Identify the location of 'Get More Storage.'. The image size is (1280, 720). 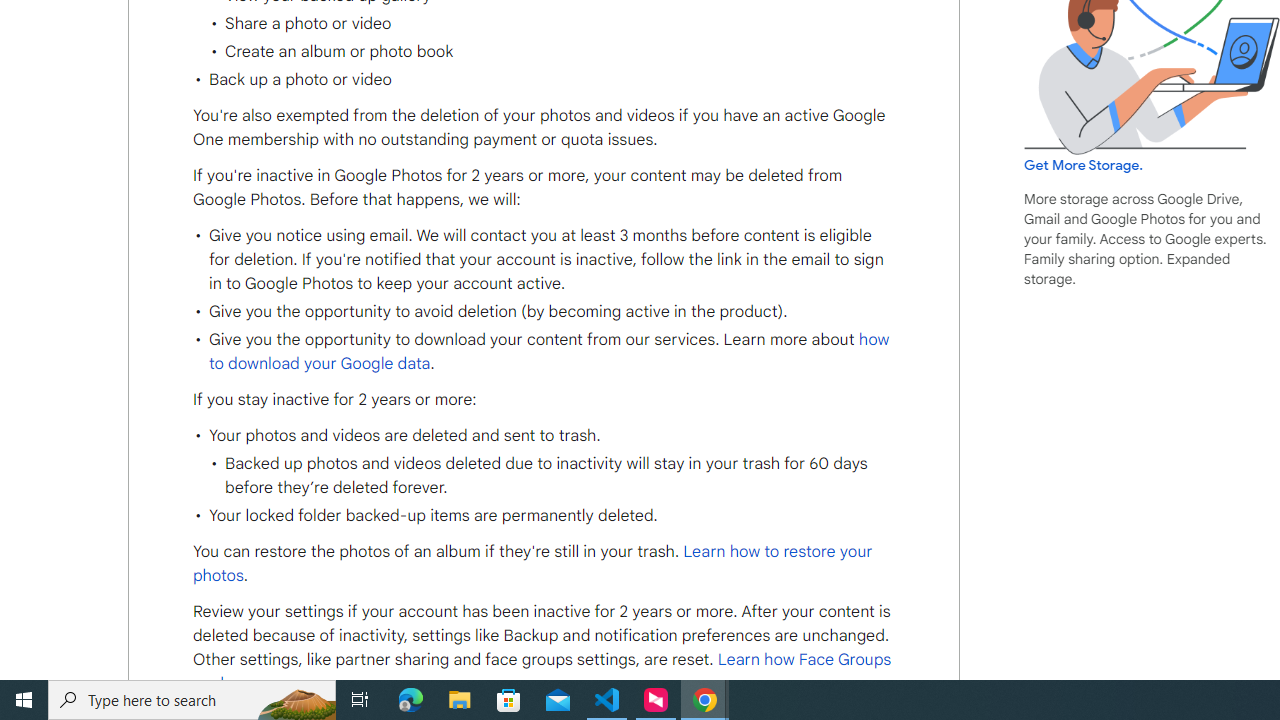
(1082, 164).